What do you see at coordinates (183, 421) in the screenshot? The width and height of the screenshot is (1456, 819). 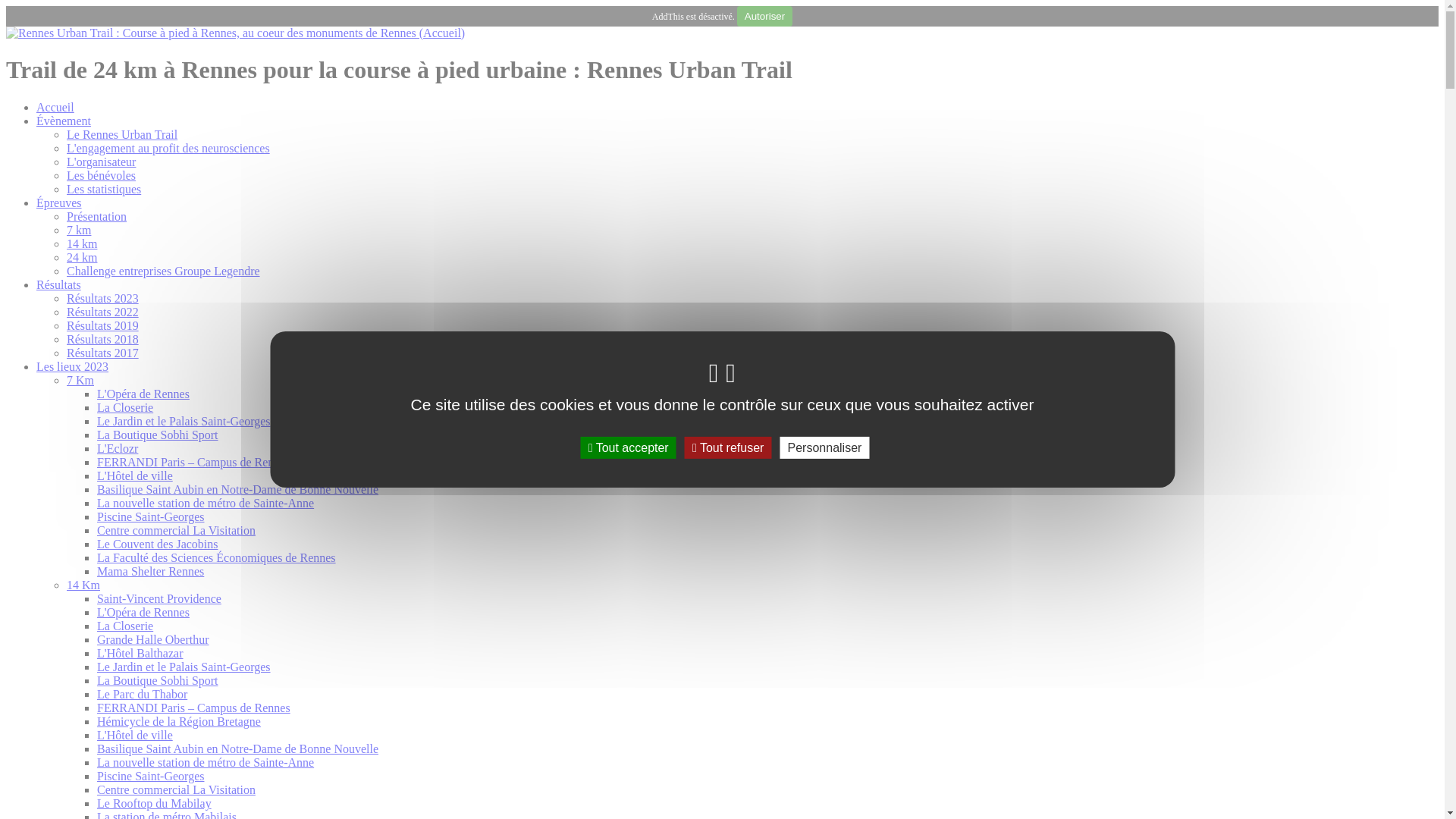 I see `'Le Jardin et le Palais Saint-Georges'` at bounding box center [183, 421].